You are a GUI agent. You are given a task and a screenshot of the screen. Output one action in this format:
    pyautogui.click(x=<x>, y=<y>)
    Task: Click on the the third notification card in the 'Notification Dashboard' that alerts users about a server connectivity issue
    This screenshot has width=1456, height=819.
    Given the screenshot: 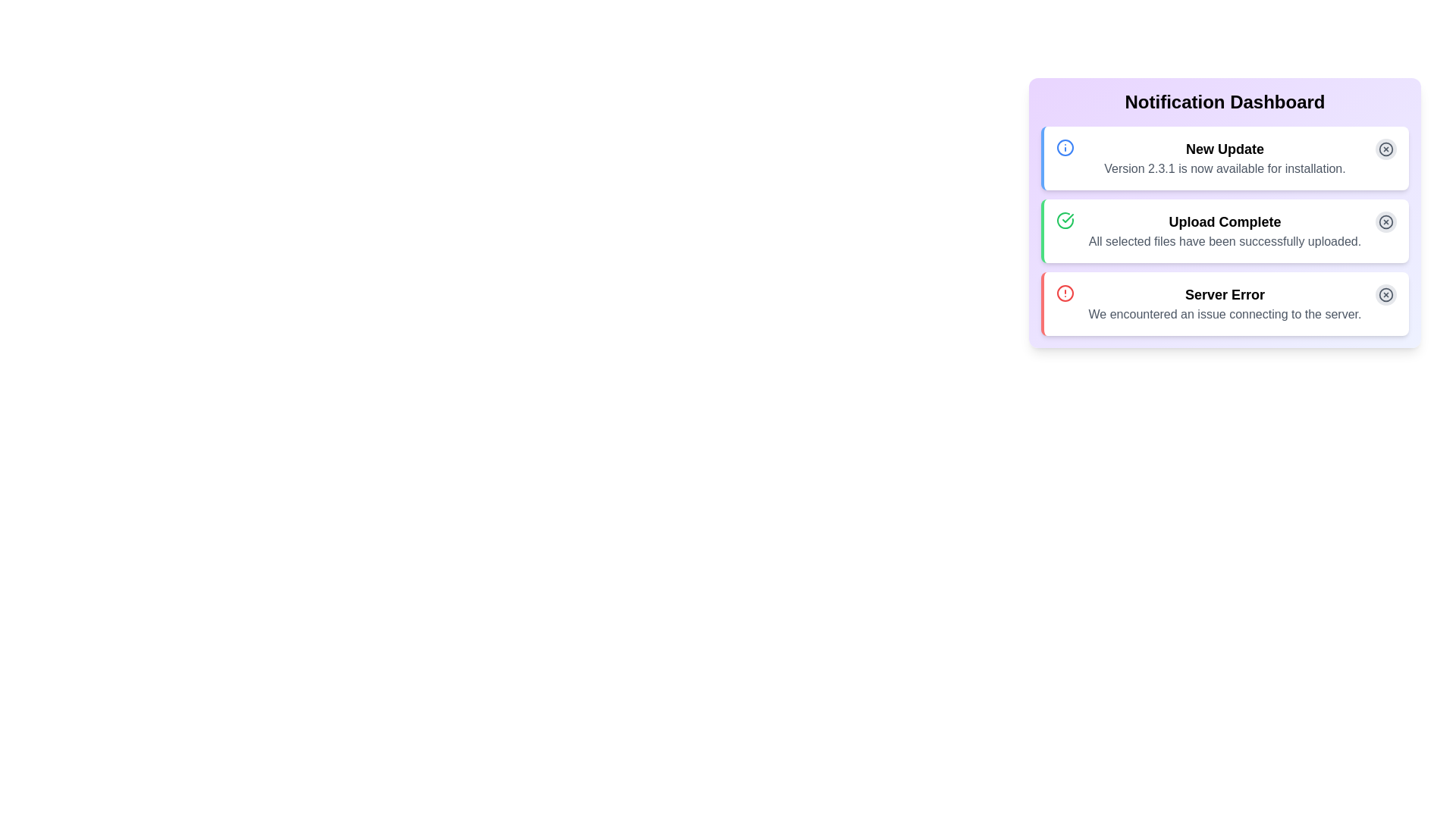 What is the action you would take?
    pyautogui.click(x=1225, y=304)
    